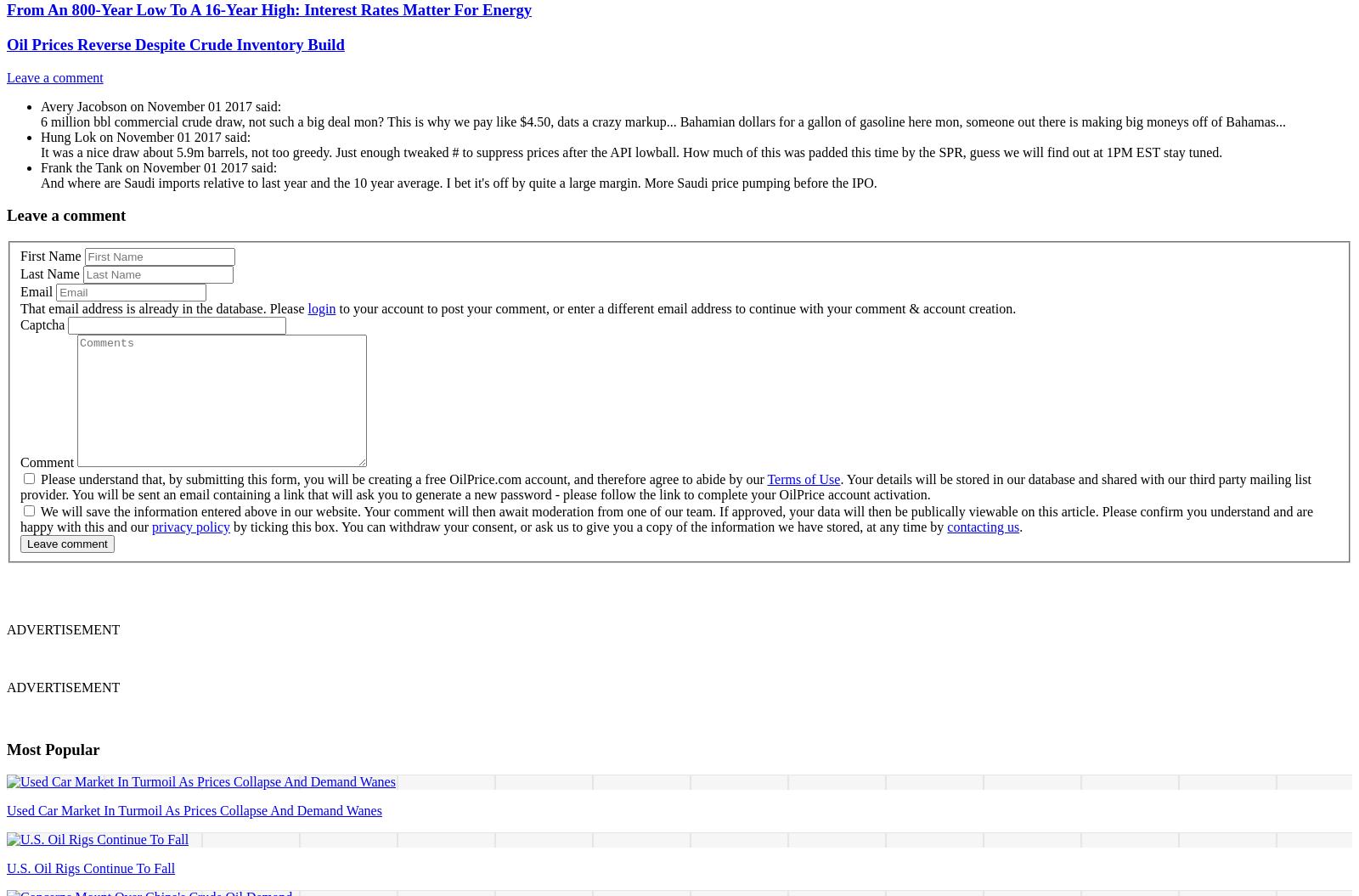 This screenshot has width=1359, height=896. What do you see at coordinates (48, 272) in the screenshot?
I see `'Last Name'` at bounding box center [48, 272].